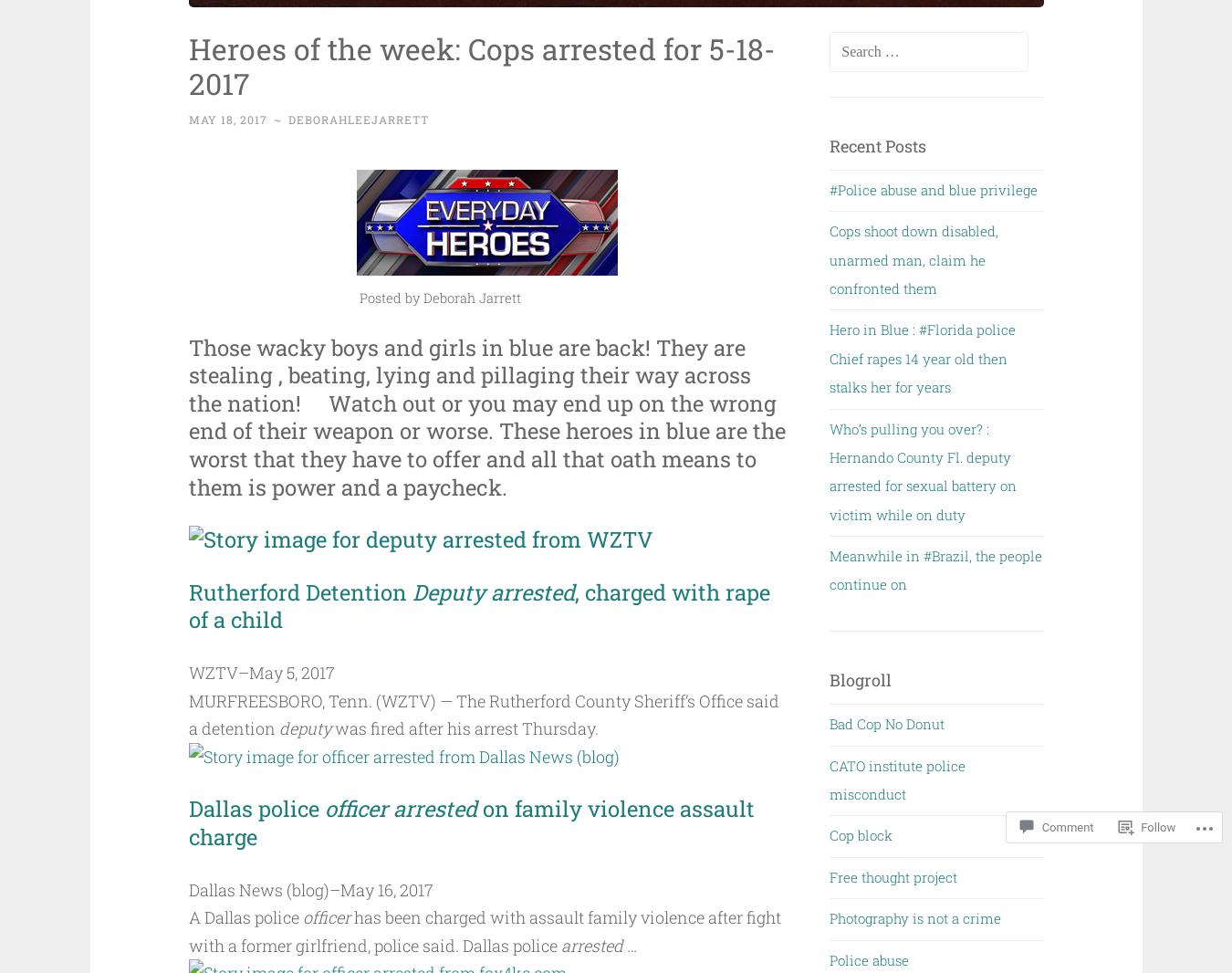  Describe the element at coordinates (591, 944) in the screenshot. I see `'arrested'` at that location.